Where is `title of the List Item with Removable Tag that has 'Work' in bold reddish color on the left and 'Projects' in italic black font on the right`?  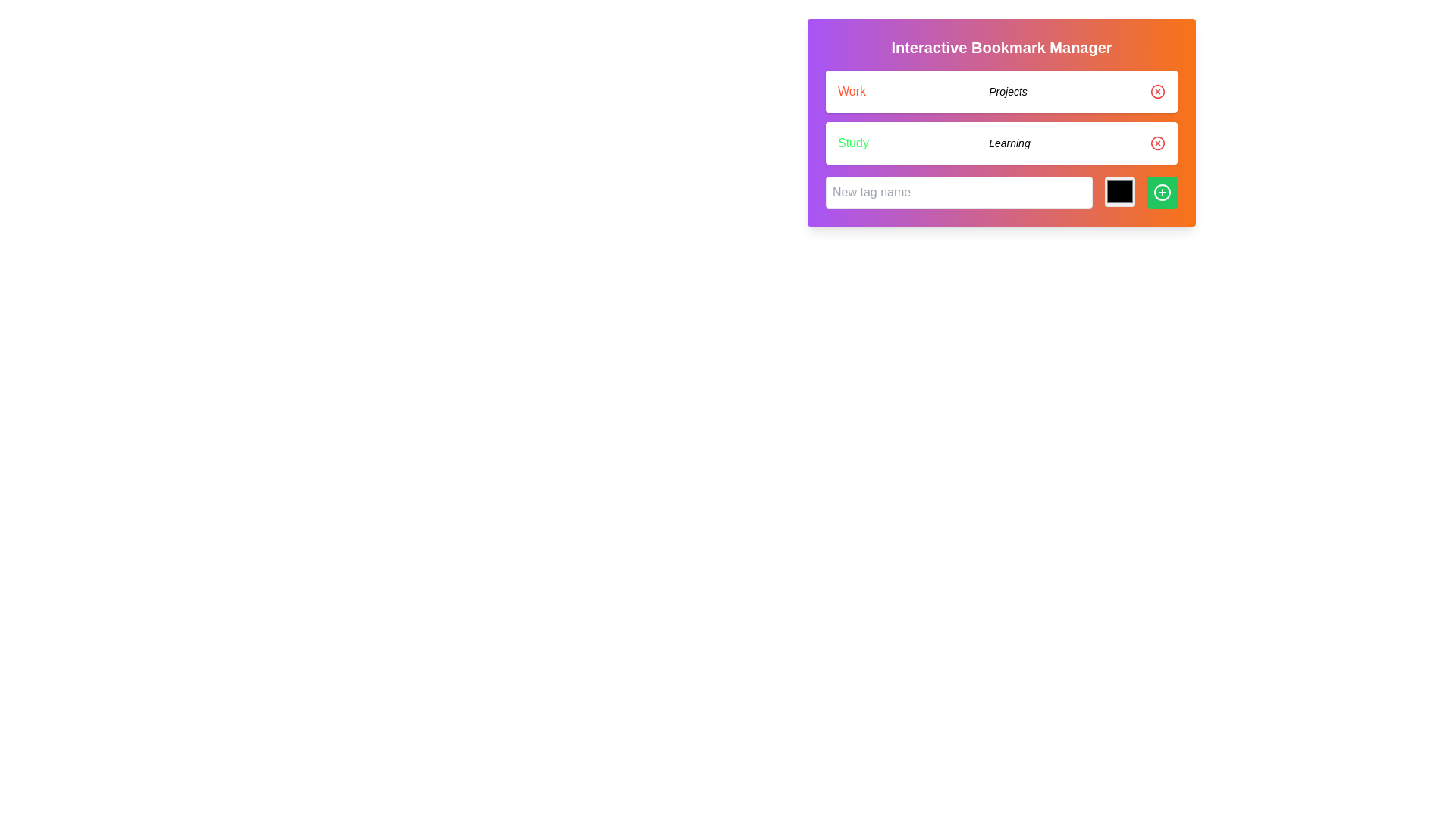
title of the List Item with Removable Tag that has 'Work' in bold reddish color on the left and 'Projects' in italic black font on the right is located at coordinates (1001, 91).